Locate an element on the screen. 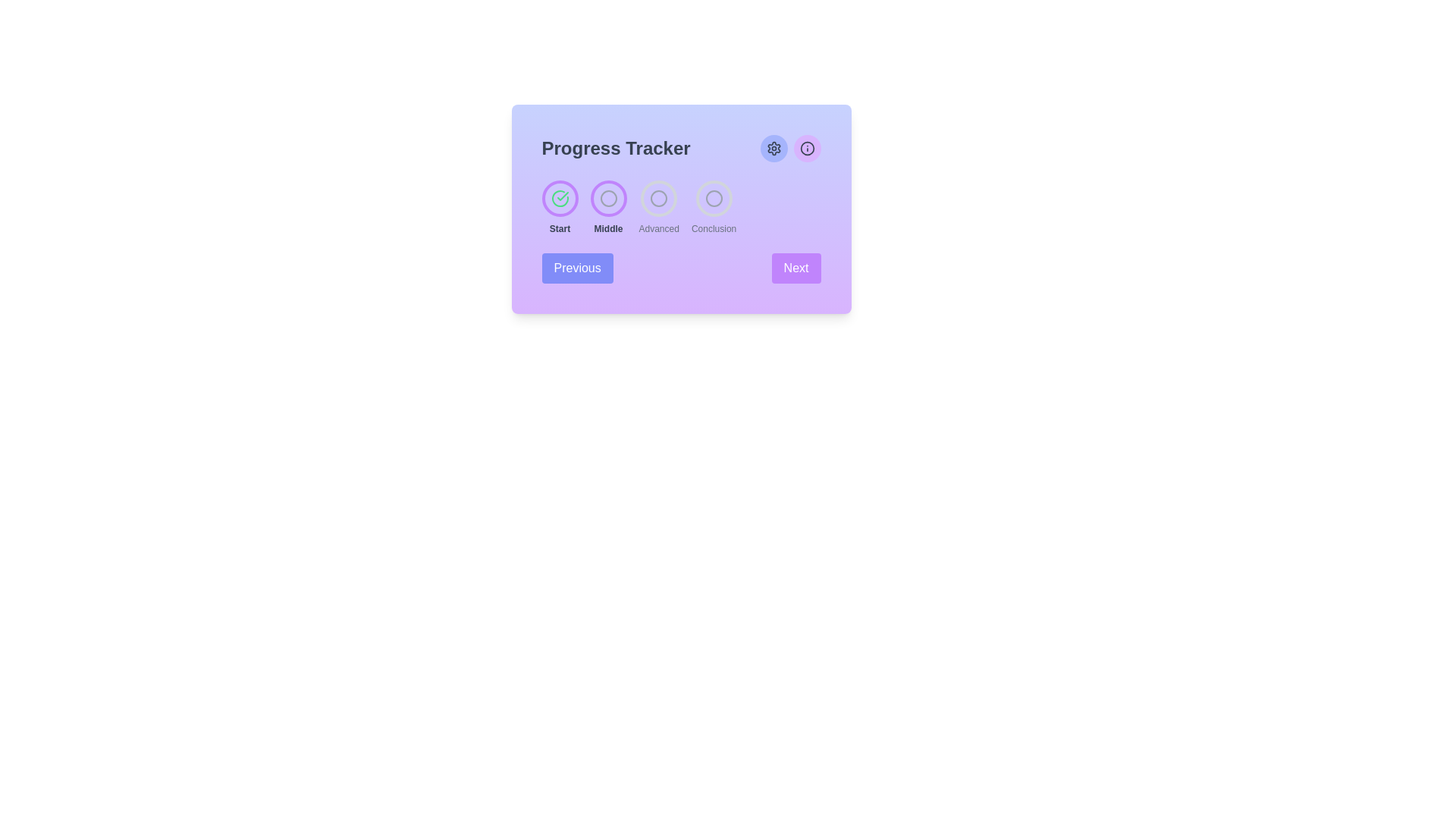 Image resolution: width=1456 pixels, height=819 pixels. the completion indicator icon for the first step in the Progress Tracker section, which is visually distinct by its purple border and located near the text 'Start' is located at coordinates (559, 198).